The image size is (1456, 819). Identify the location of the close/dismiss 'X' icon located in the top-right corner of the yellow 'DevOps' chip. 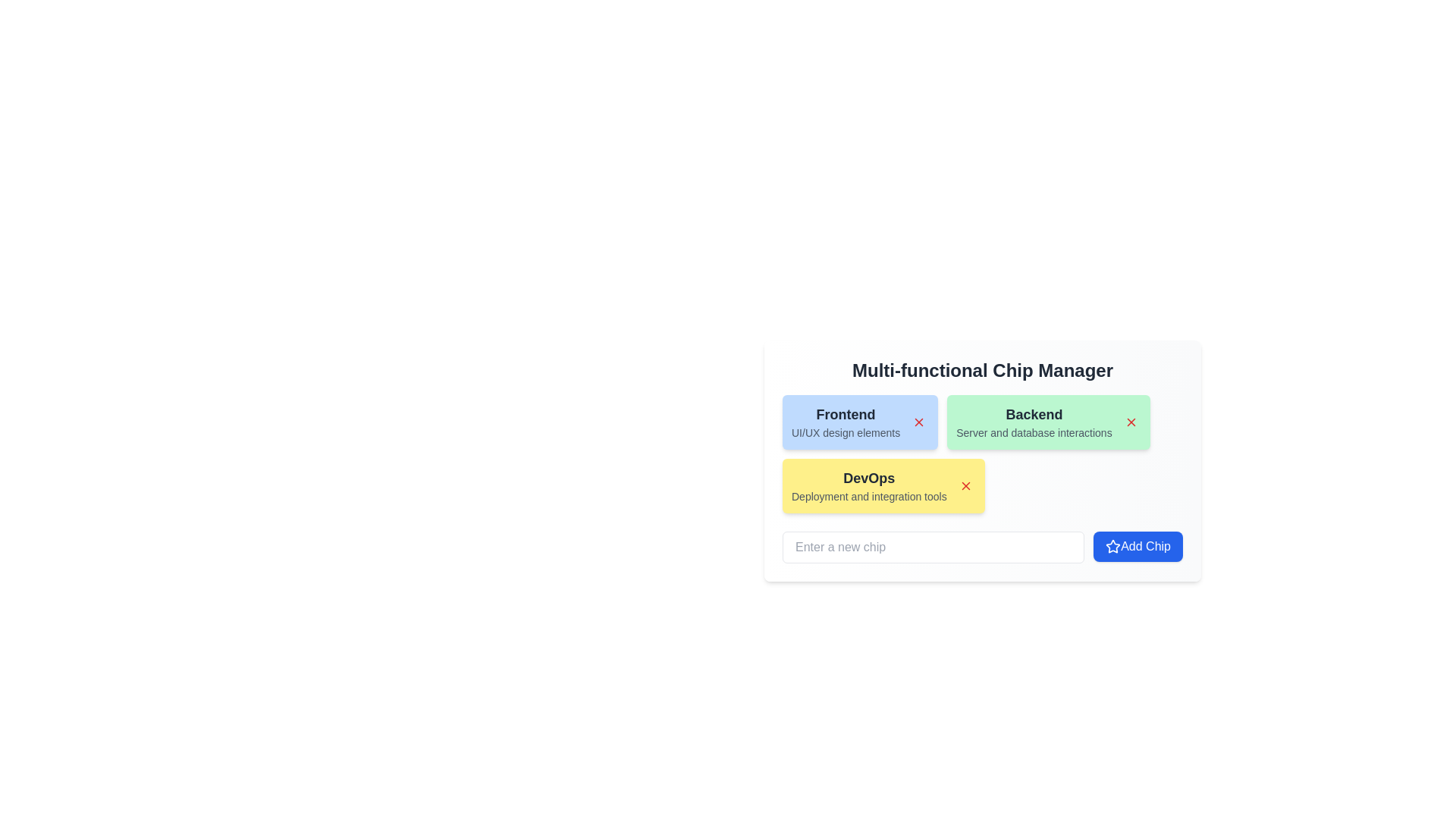
(965, 485).